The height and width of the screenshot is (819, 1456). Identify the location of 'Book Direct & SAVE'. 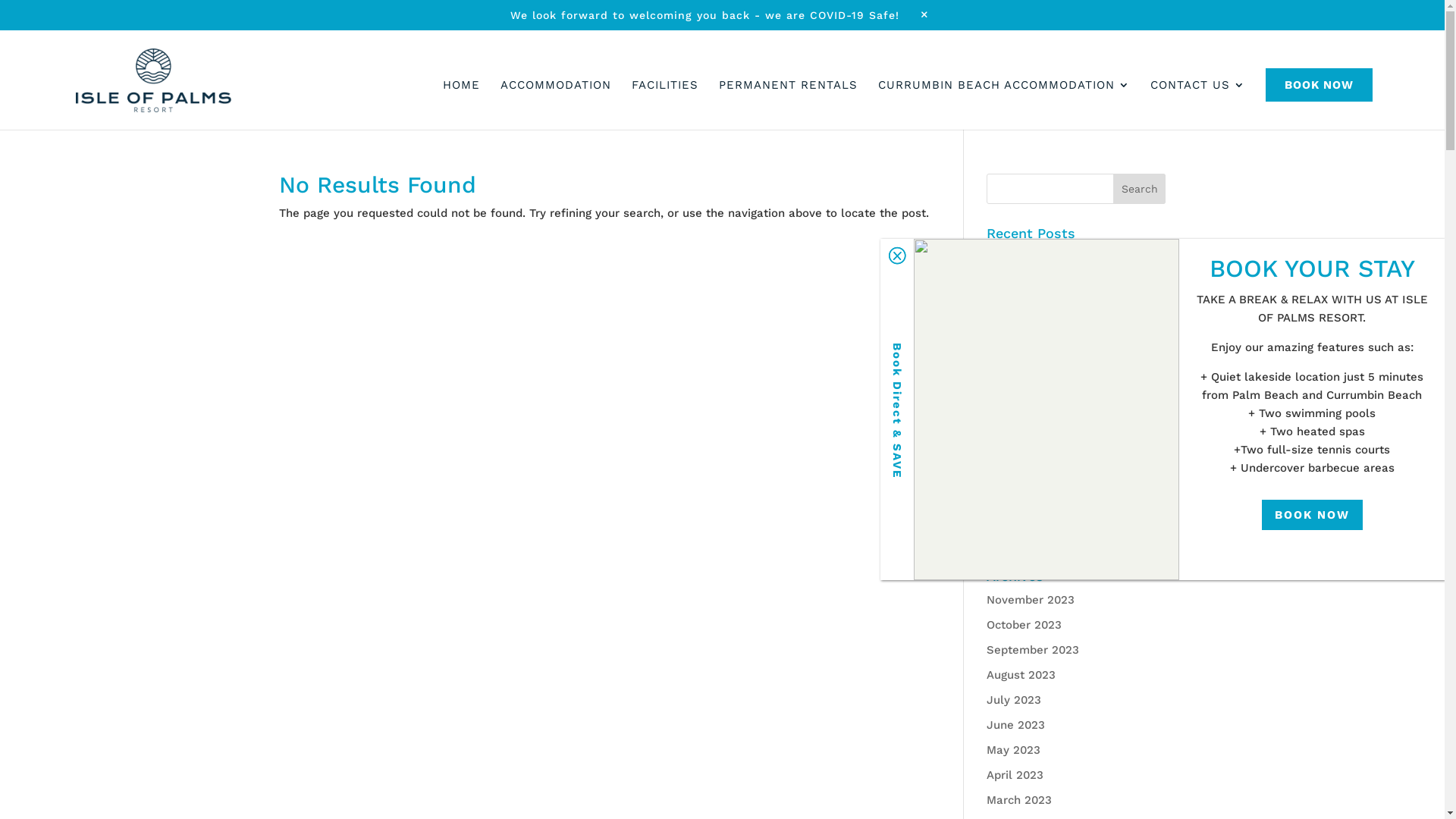
(880, 409).